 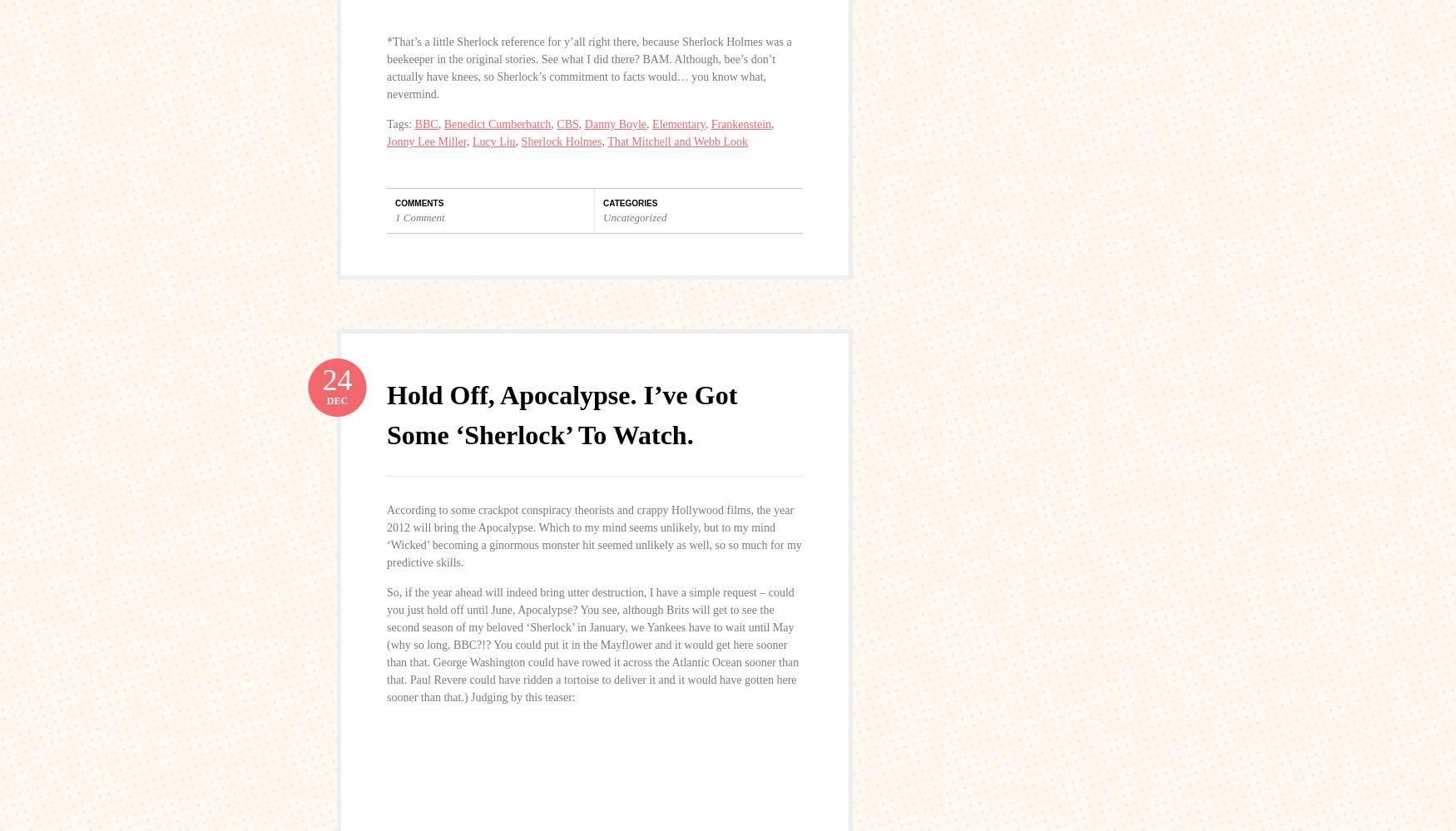 What do you see at coordinates (386, 141) in the screenshot?
I see `'Jonny Lee Miller'` at bounding box center [386, 141].